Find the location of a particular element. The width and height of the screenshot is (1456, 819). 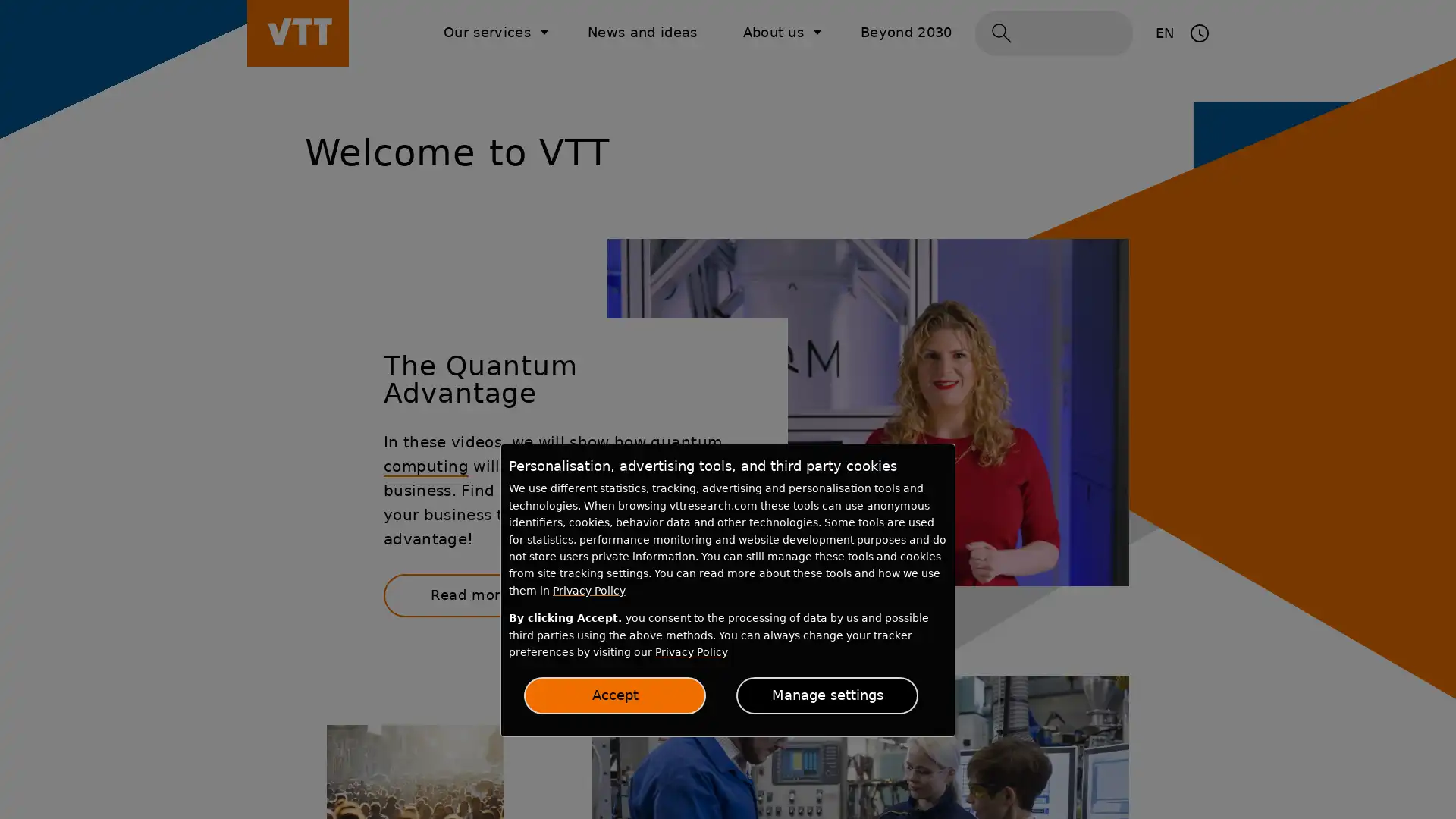

Accept is located at coordinates (615, 695).